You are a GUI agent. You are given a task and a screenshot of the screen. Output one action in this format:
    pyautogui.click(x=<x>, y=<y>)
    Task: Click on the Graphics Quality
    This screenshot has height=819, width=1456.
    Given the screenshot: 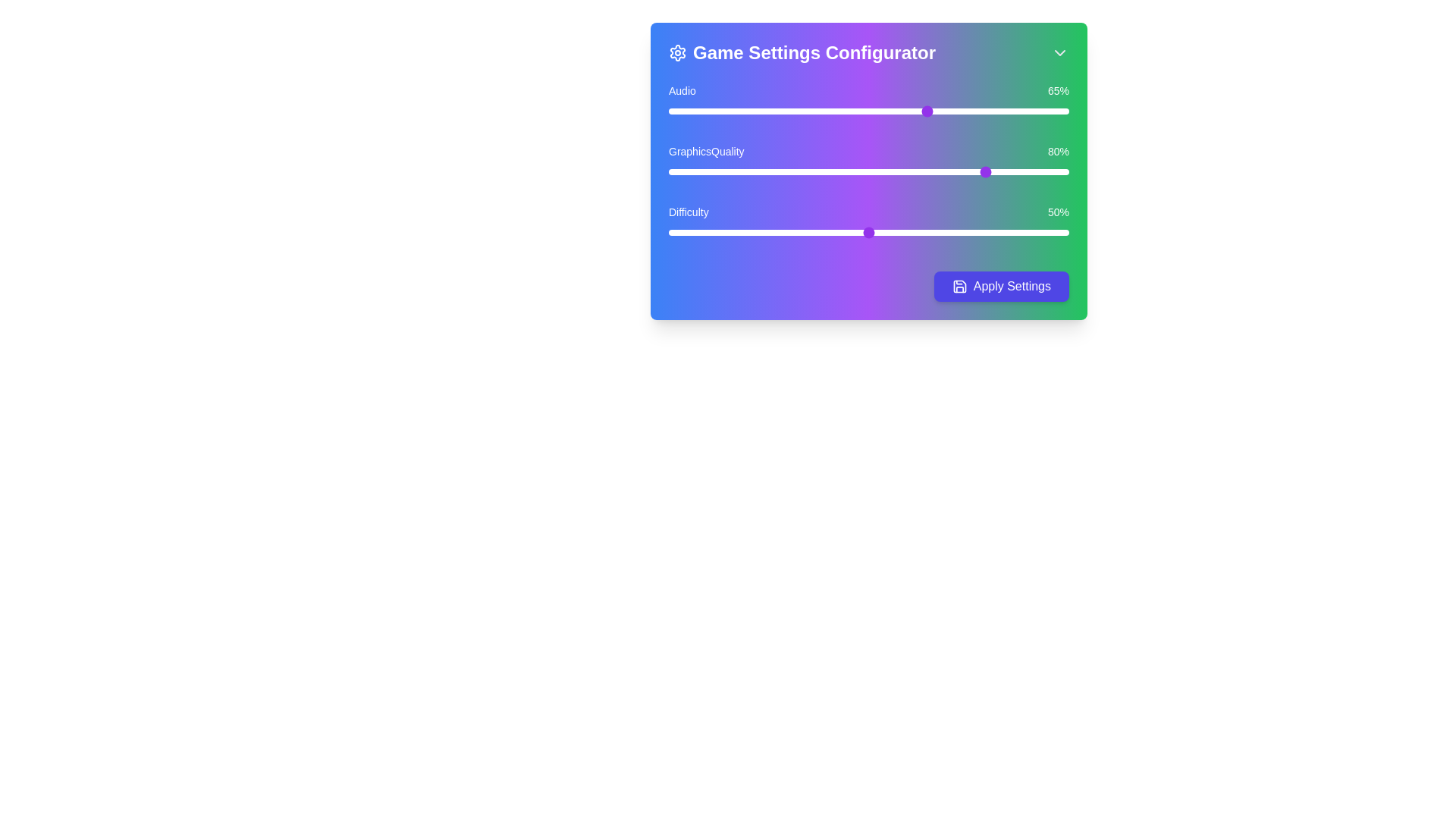 What is the action you would take?
    pyautogui.click(x=873, y=171)
    